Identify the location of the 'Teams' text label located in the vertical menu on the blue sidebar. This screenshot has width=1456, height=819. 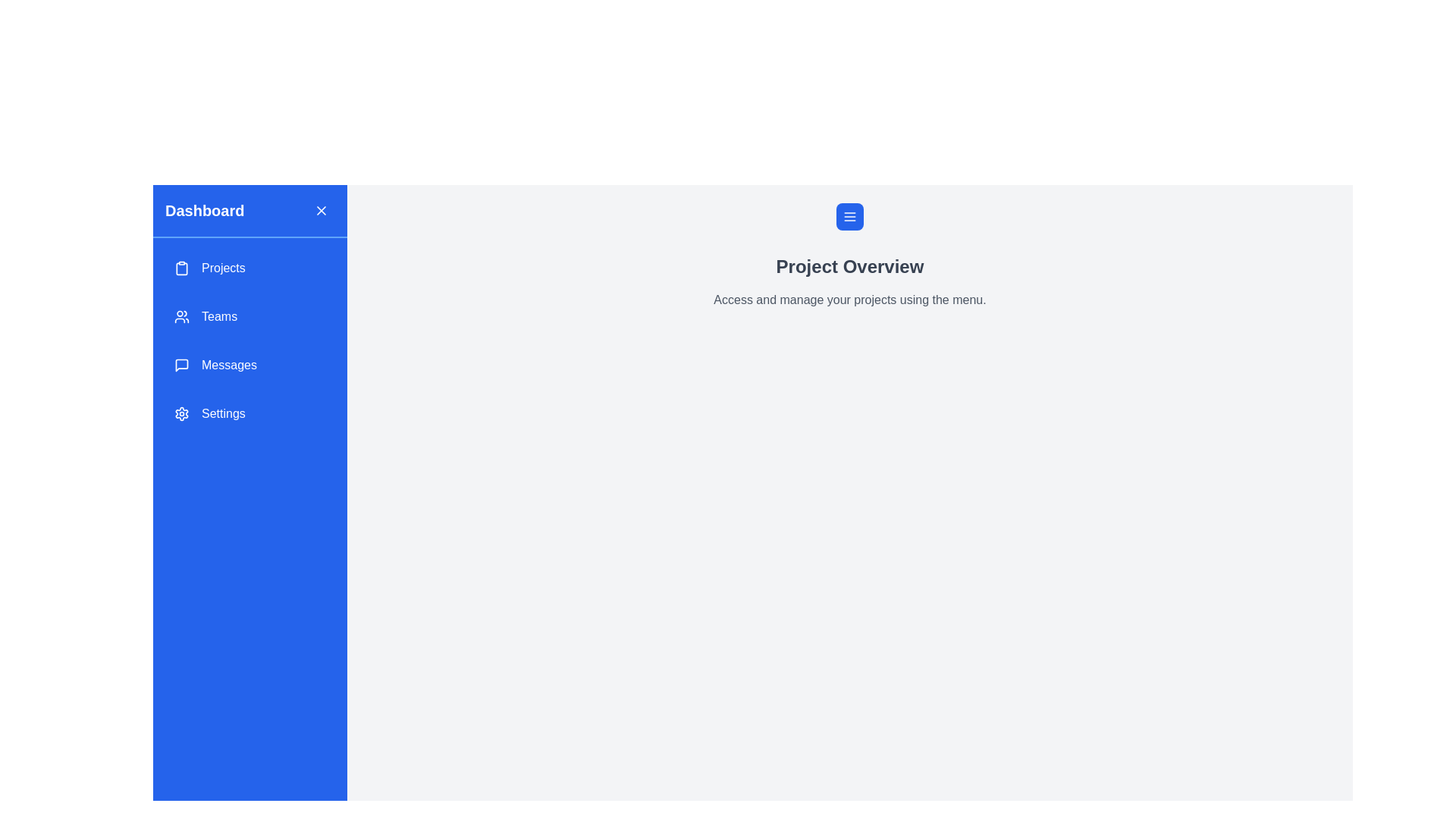
(218, 315).